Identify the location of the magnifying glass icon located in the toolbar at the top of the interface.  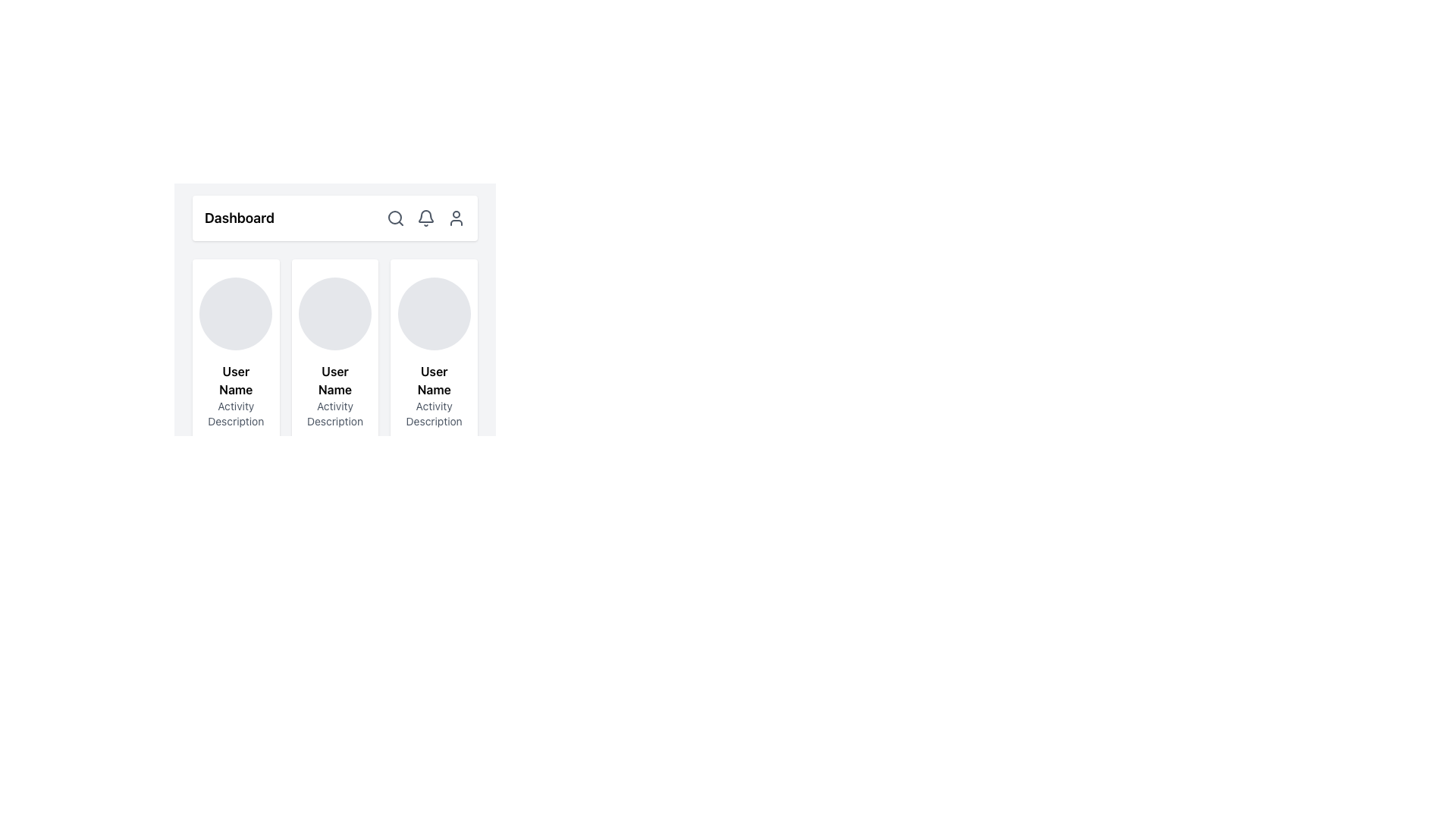
(396, 218).